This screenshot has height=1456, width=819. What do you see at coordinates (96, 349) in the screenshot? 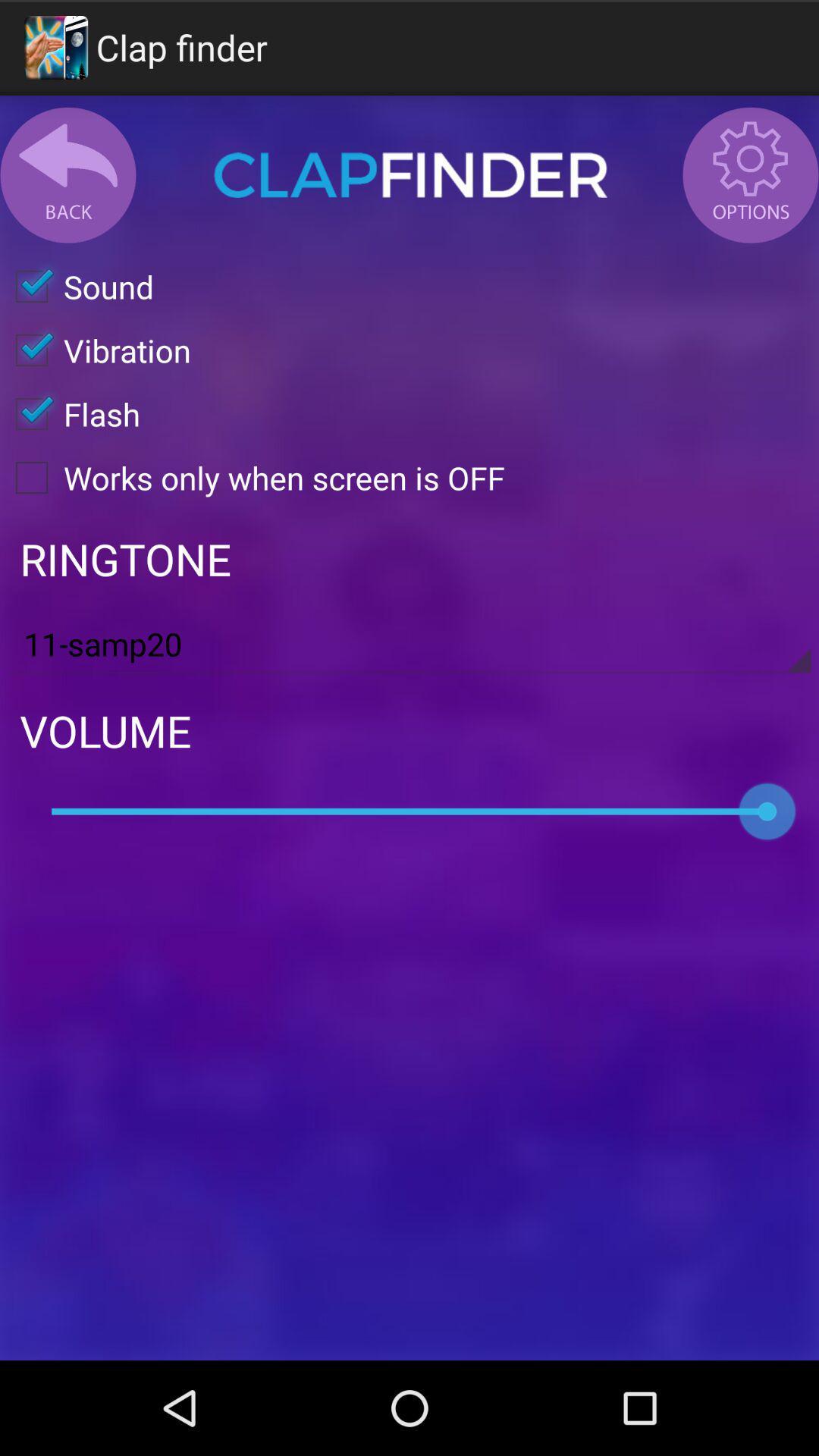
I see `the checkbox below the sound item` at bounding box center [96, 349].